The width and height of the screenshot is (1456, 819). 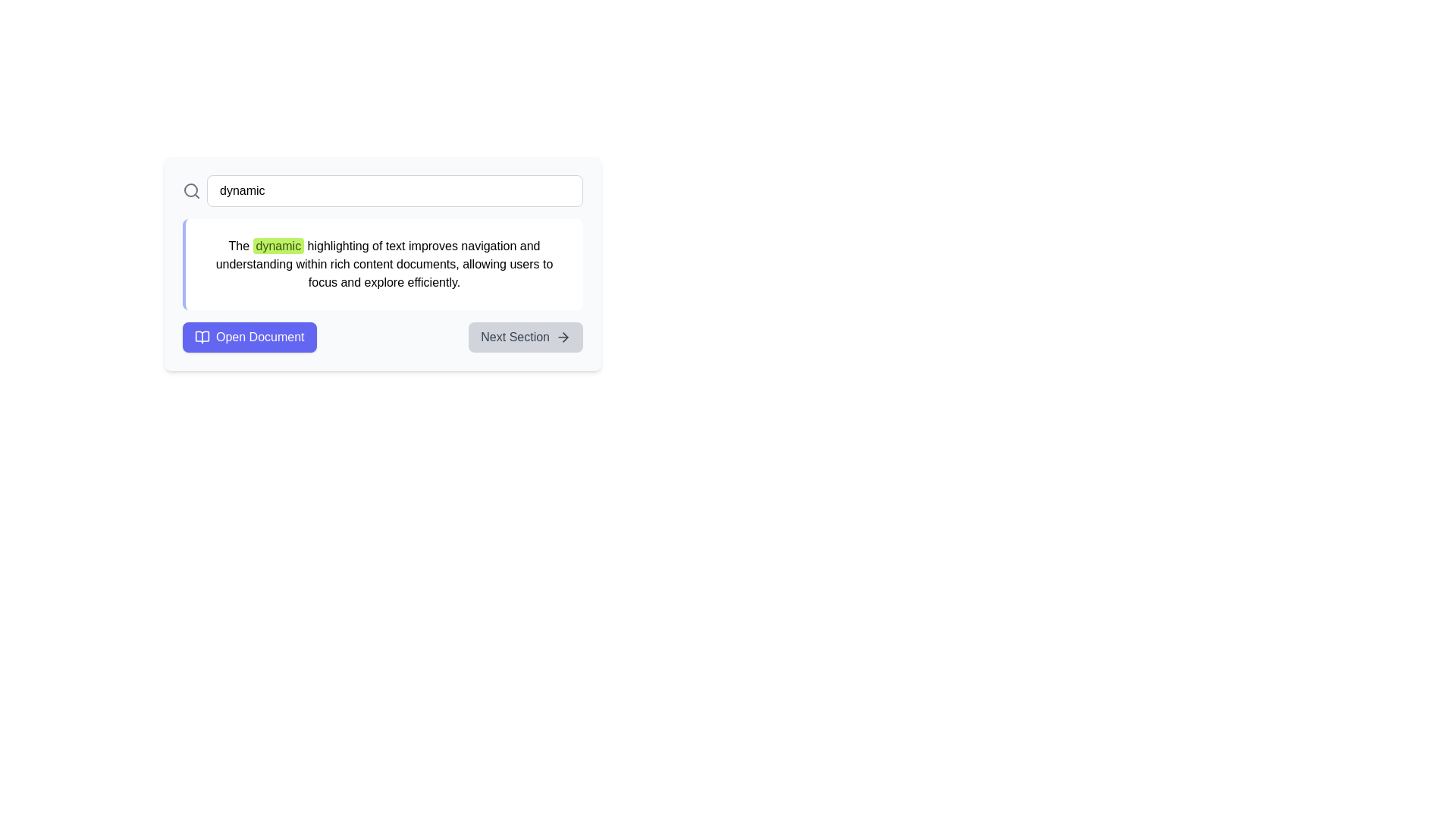 I want to click on the decorative icon that complements the 'Open Document' button located in the bottom-left section of the modal, so click(x=202, y=336).